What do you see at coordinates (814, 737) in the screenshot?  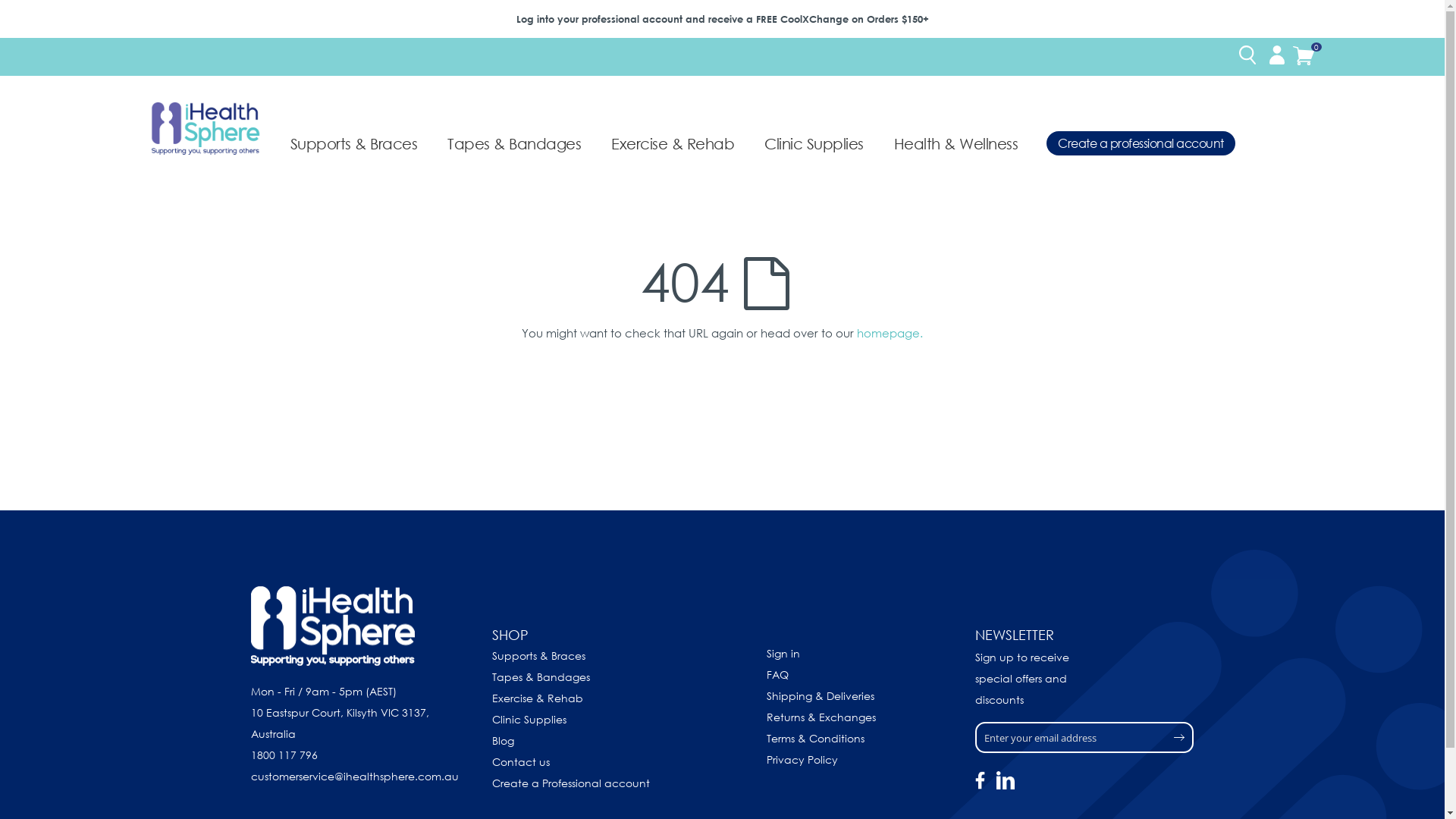 I see `'Terms & Conditions'` at bounding box center [814, 737].